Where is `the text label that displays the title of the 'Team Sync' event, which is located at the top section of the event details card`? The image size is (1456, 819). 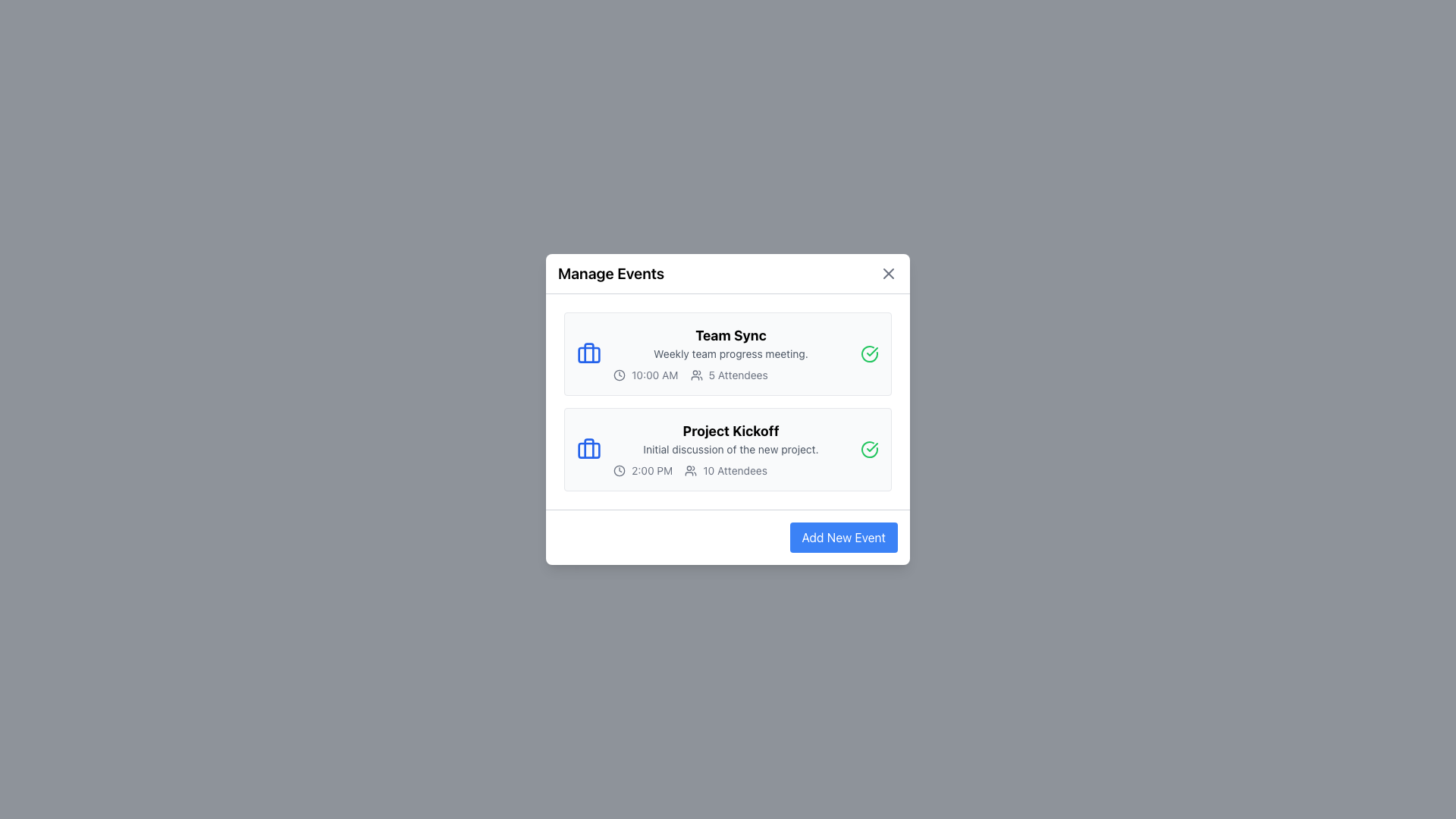
the text label that displays the title of the 'Team Sync' event, which is located at the top section of the event details card is located at coordinates (731, 335).